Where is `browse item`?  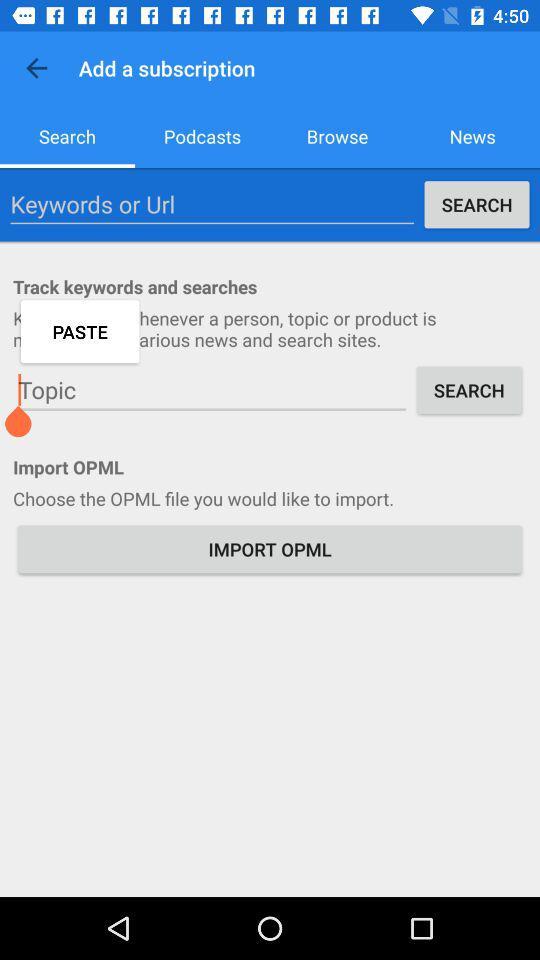 browse item is located at coordinates (337, 135).